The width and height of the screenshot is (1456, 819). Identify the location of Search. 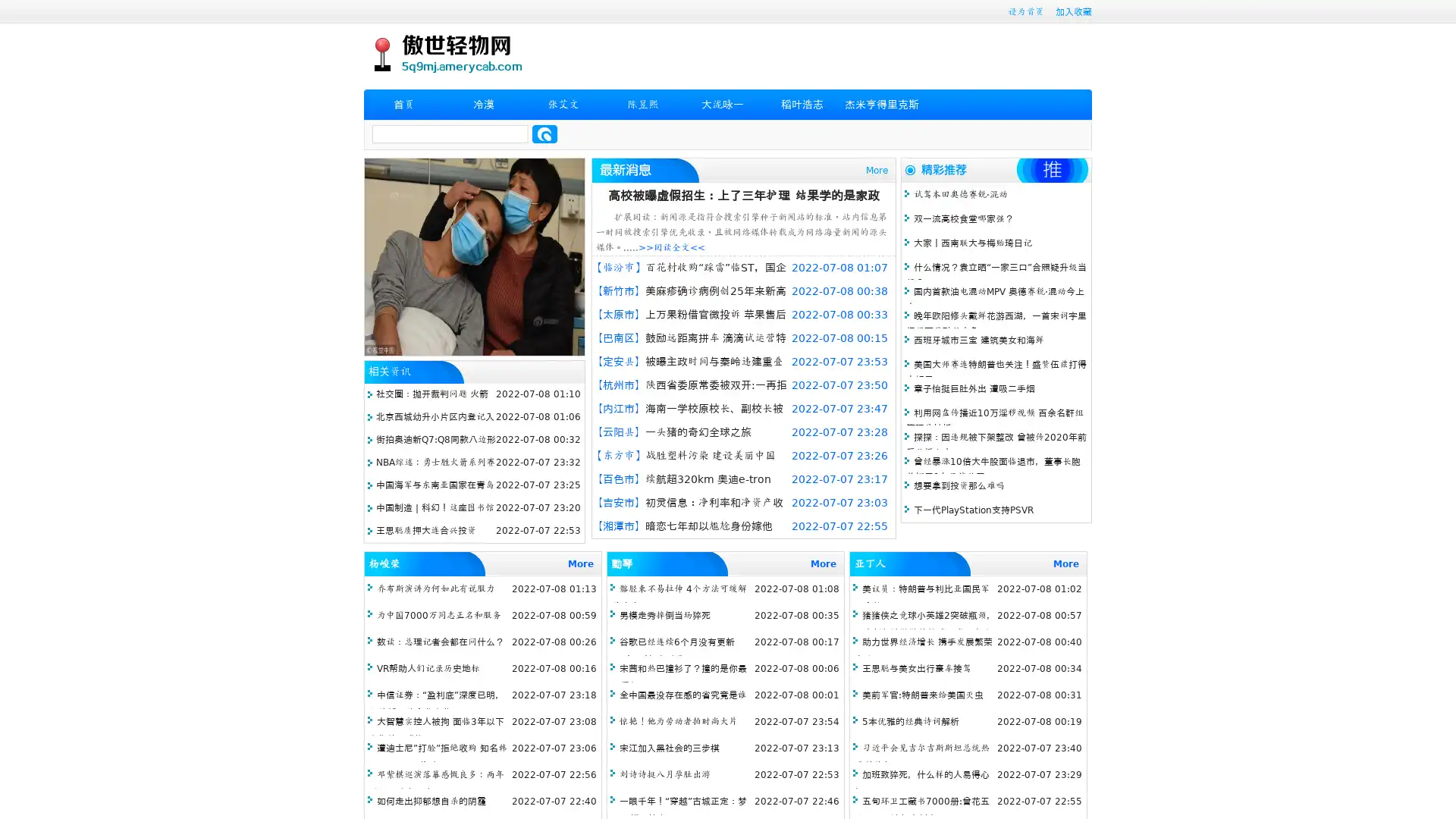
(544, 133).